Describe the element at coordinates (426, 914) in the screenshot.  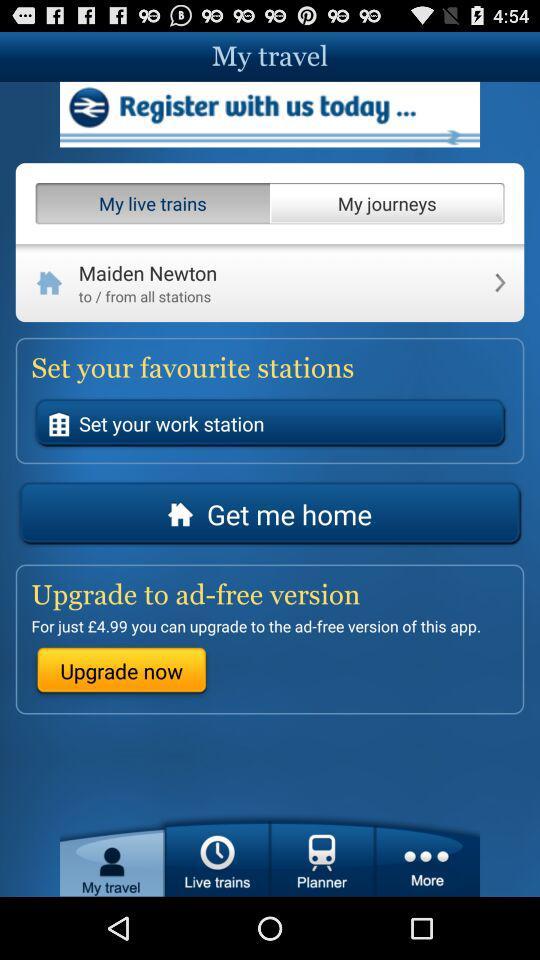
I see `the more icon` at that location.